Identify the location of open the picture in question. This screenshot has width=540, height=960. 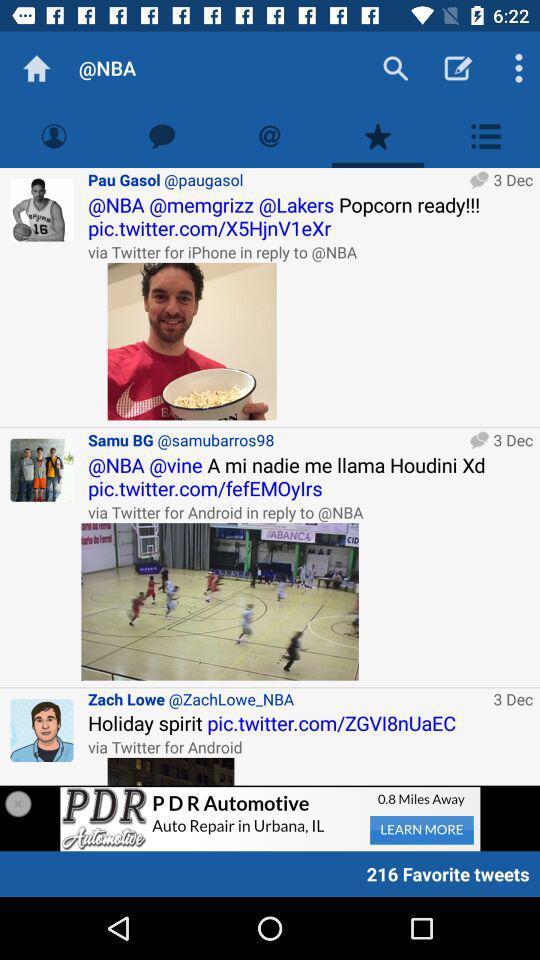
(192, 341).